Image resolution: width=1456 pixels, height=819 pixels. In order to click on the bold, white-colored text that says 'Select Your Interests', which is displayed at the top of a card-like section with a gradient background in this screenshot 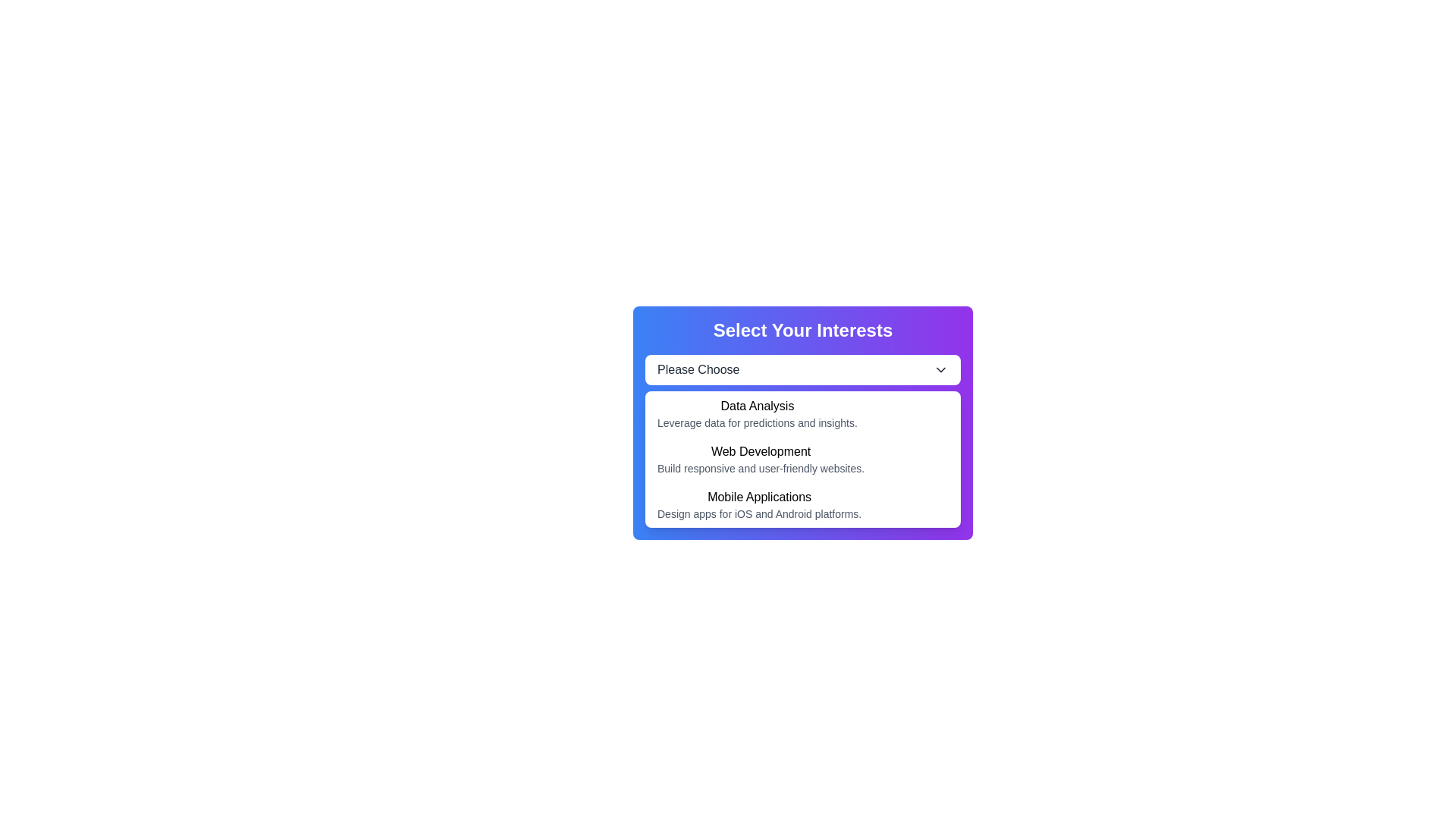, I will do `click(802, 329)`.